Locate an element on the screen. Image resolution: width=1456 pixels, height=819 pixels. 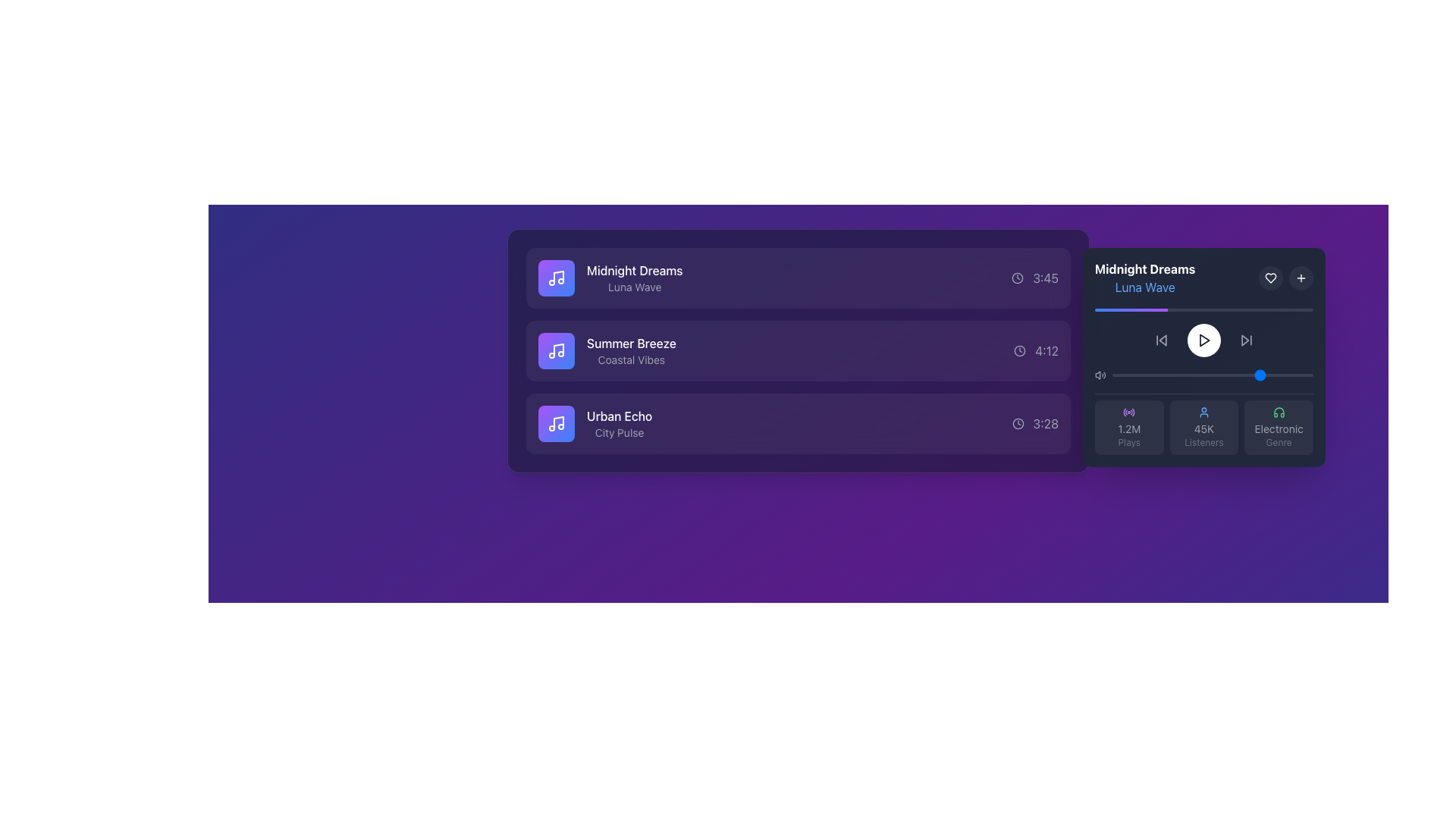
the informational block displaying '45K' listeners, which is located in the second position of a three-block grid at the bottom of the right panel, between '1.2M Plays' and 'Electronic Genre' is located at coordinates (1203, 424).